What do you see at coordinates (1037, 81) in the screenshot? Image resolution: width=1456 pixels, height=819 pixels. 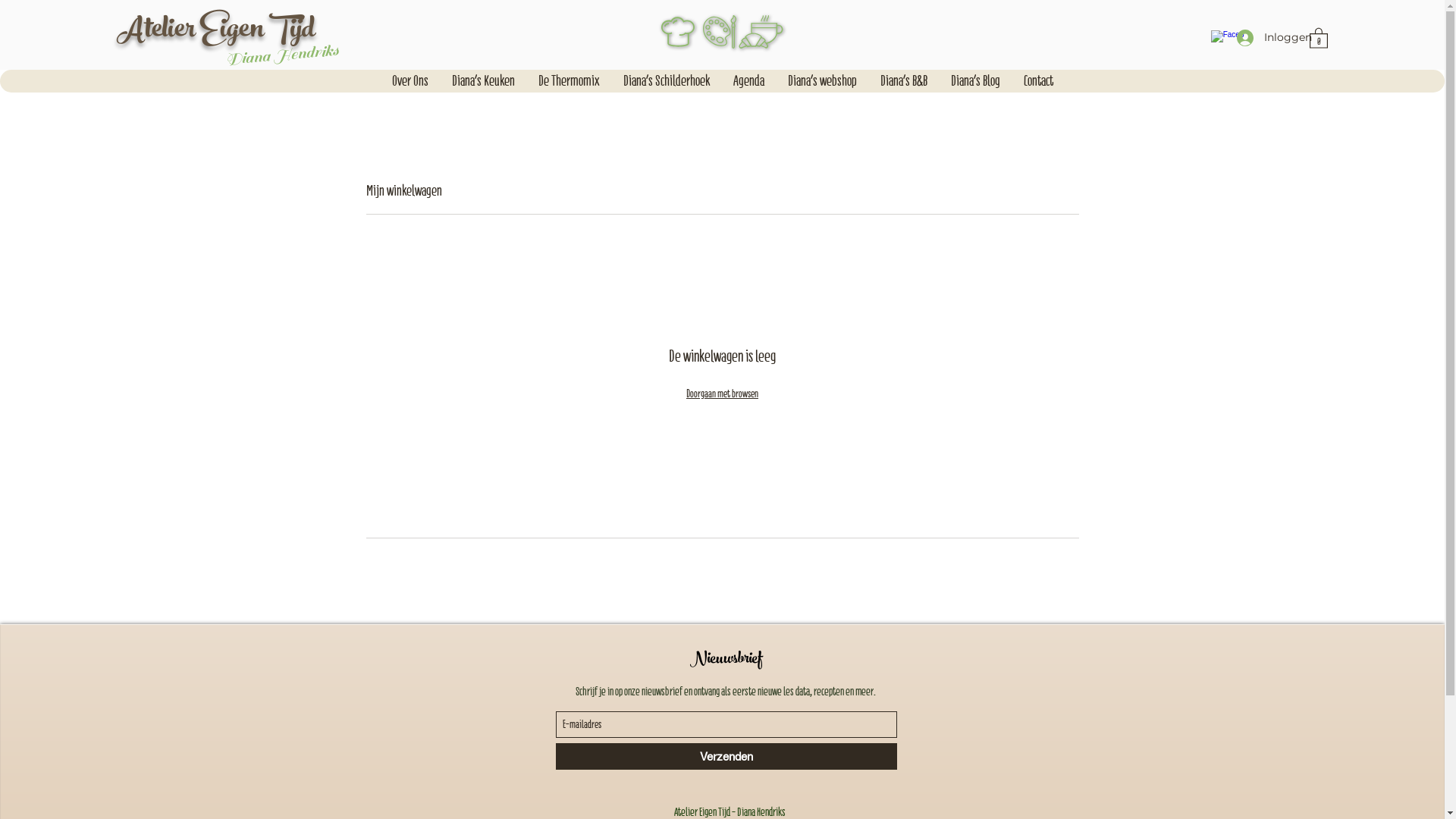 I see `'Contact'` at bounding box center [1037, 81].